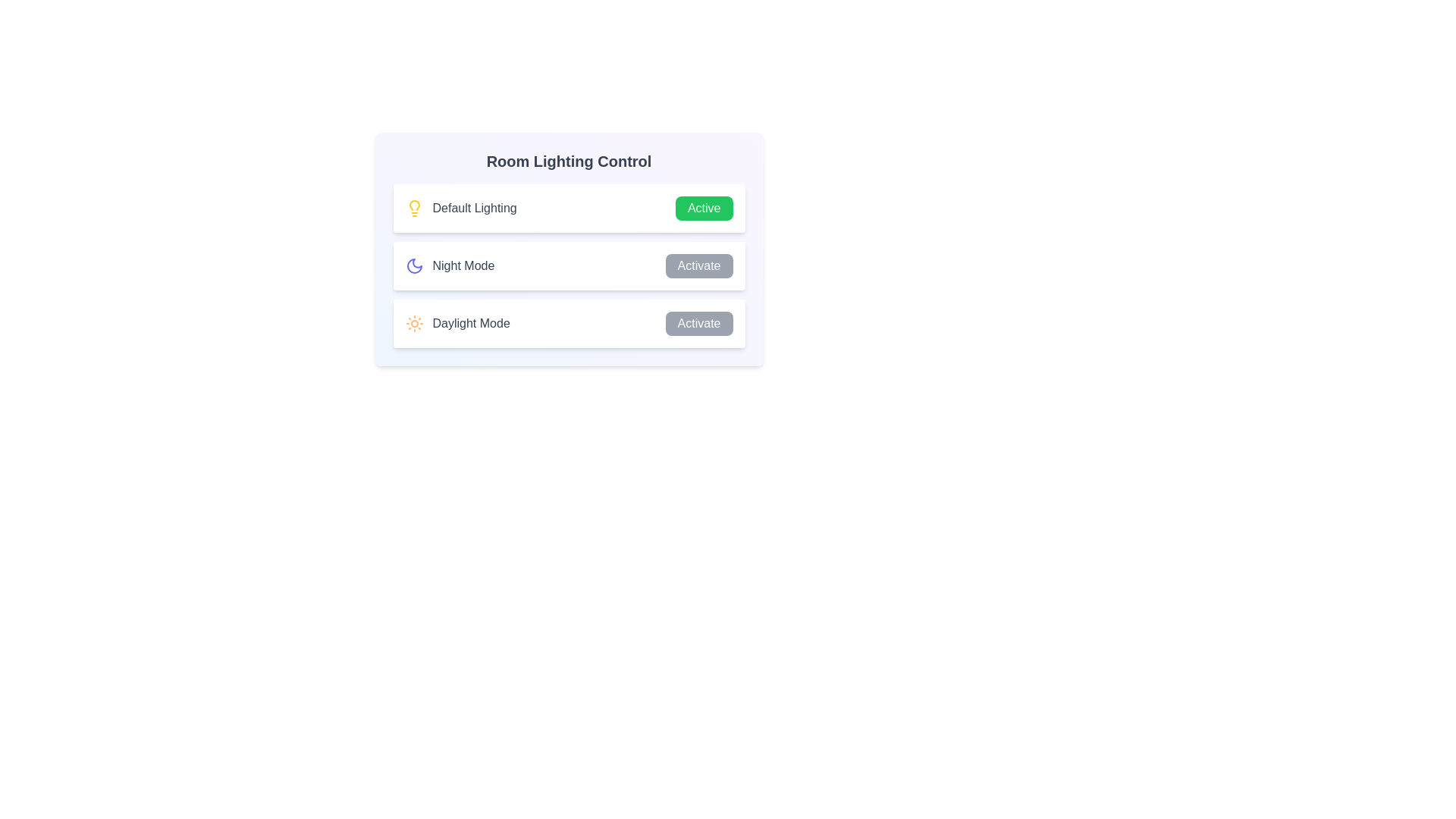 Image resolution: width=1456 pixels, height=819 pixels. What do you see at coordinates (698, 323) in the screenshot?
I see `the 'Activate' button for 'Daylight Mode' to change the lighting mode` at bounding box center [698, 323].